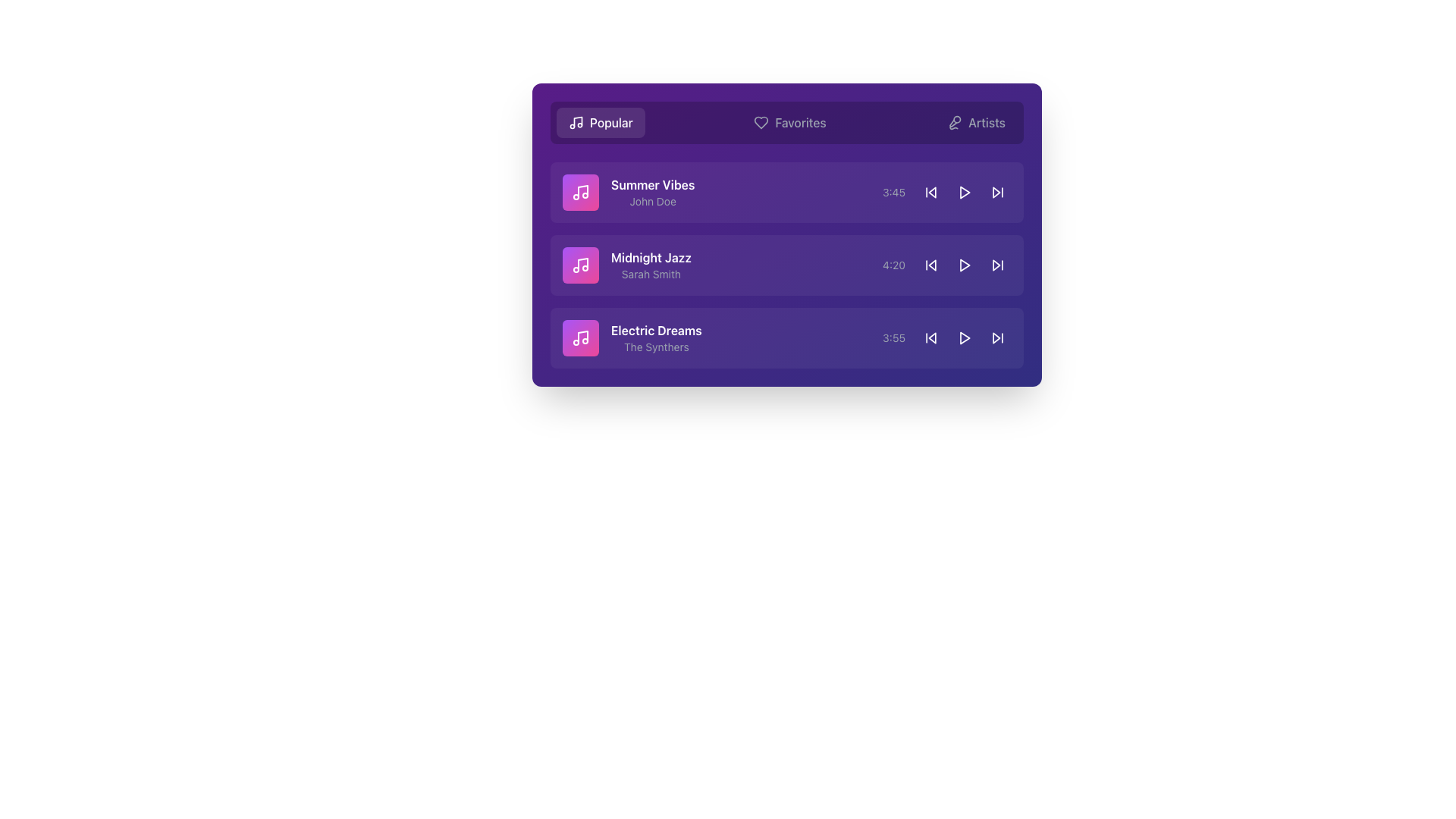 The height and width of the screenshot is (819, 1456). What do you see at coordinates (653, 192) in the screenshot?
I see `the text display element that shows the title and artist of a music track in the first row of the playlist interface, which is aligned with the album cover icon on the left` at bounding box center [653, 192].